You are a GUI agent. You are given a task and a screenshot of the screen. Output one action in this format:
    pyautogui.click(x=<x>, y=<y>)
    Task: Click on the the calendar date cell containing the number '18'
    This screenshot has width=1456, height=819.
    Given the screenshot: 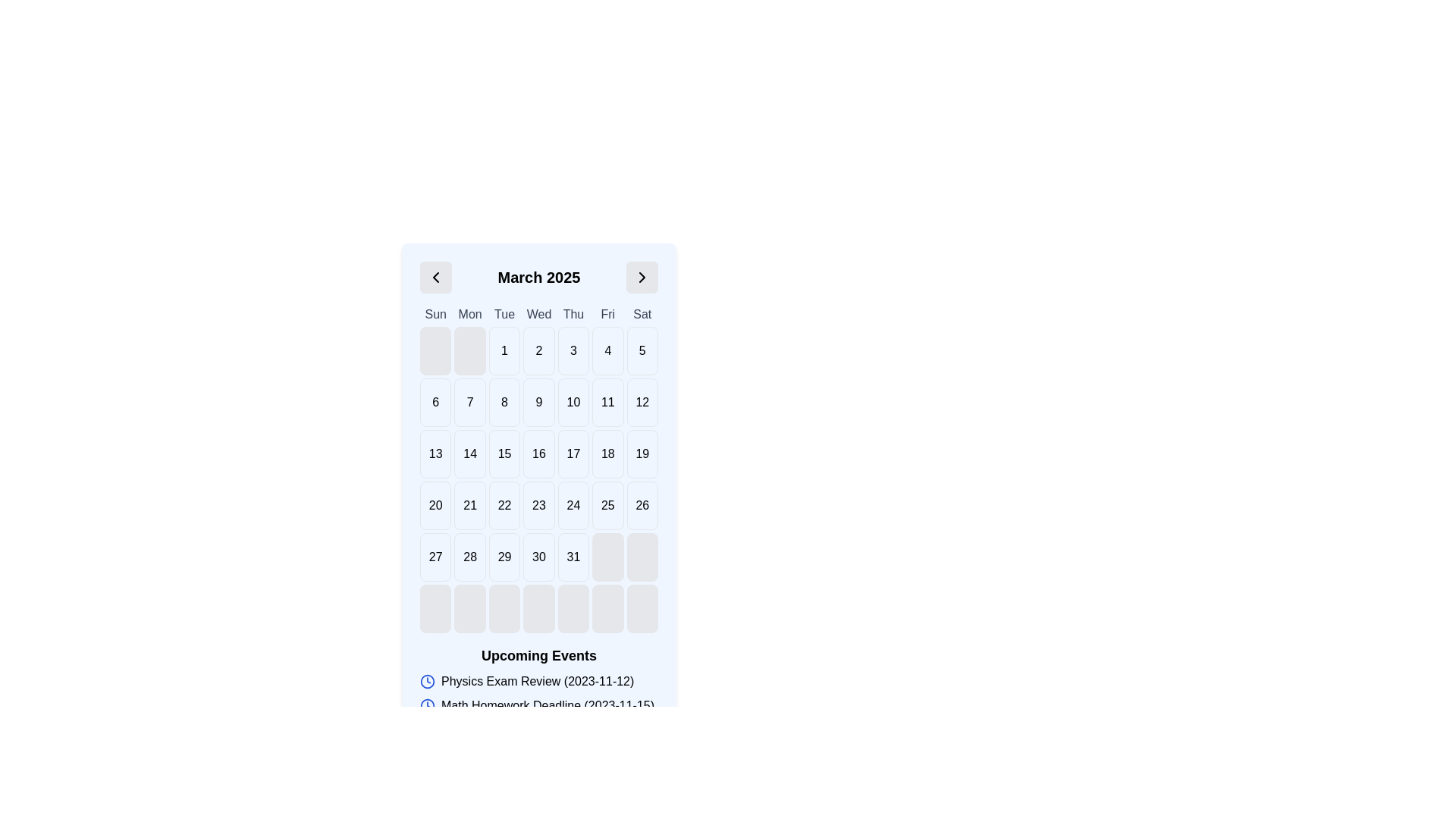 What is the action you would take?
    pyautogui.click(x=607, y=453)
    